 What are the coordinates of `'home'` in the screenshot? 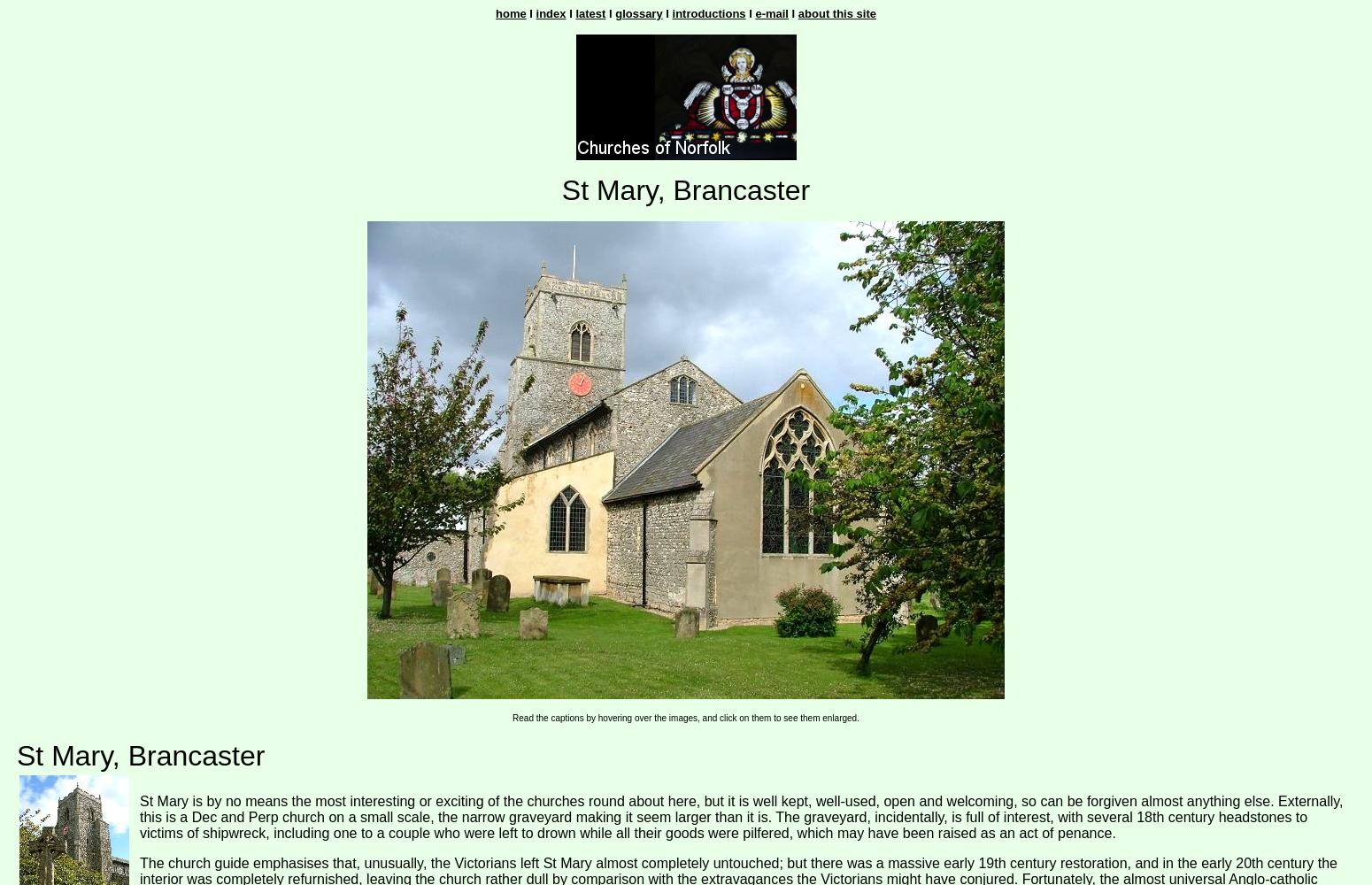 It's located at (496, 13).